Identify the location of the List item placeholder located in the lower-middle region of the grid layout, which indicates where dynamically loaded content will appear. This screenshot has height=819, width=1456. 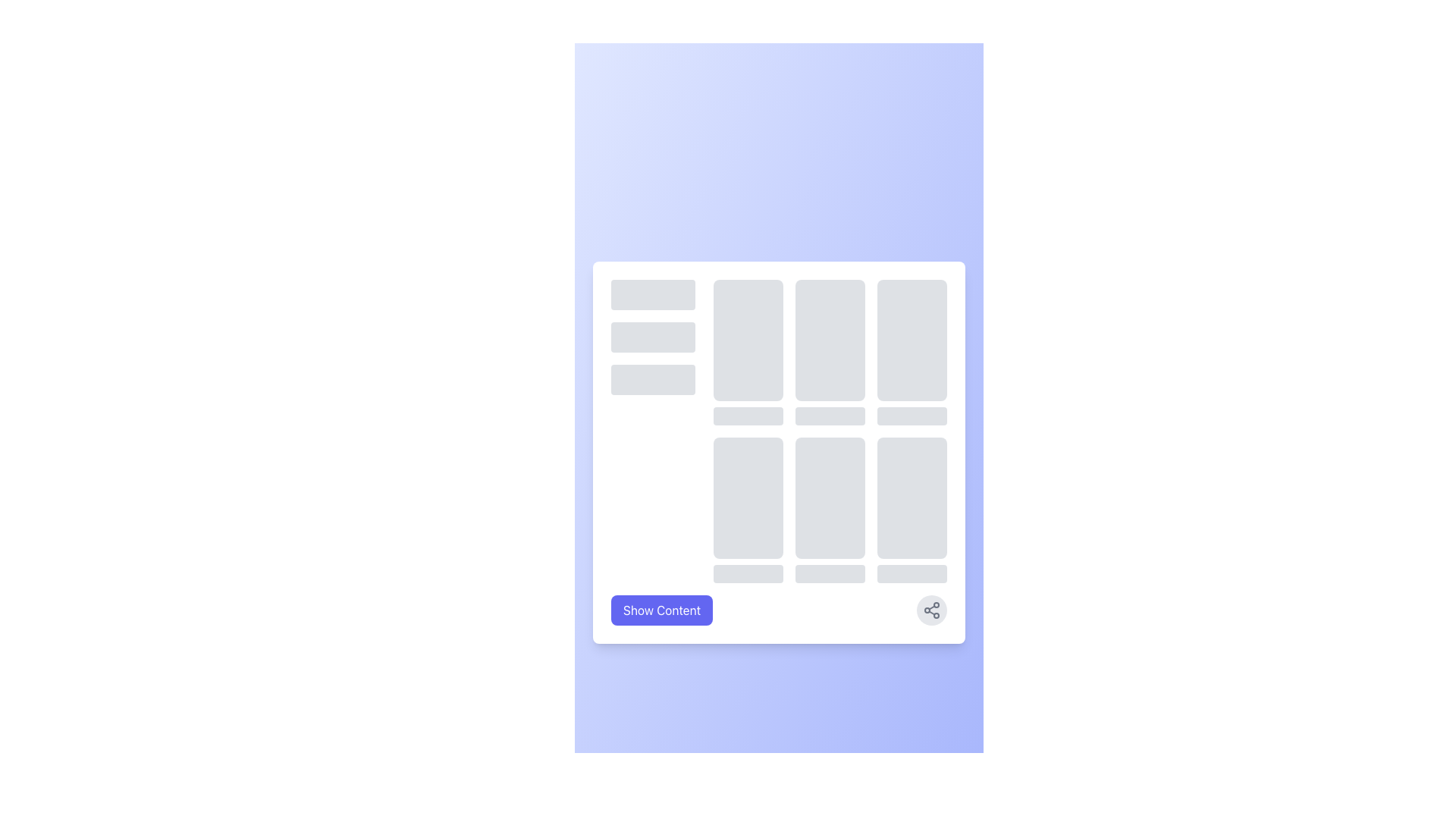
(829, 510).